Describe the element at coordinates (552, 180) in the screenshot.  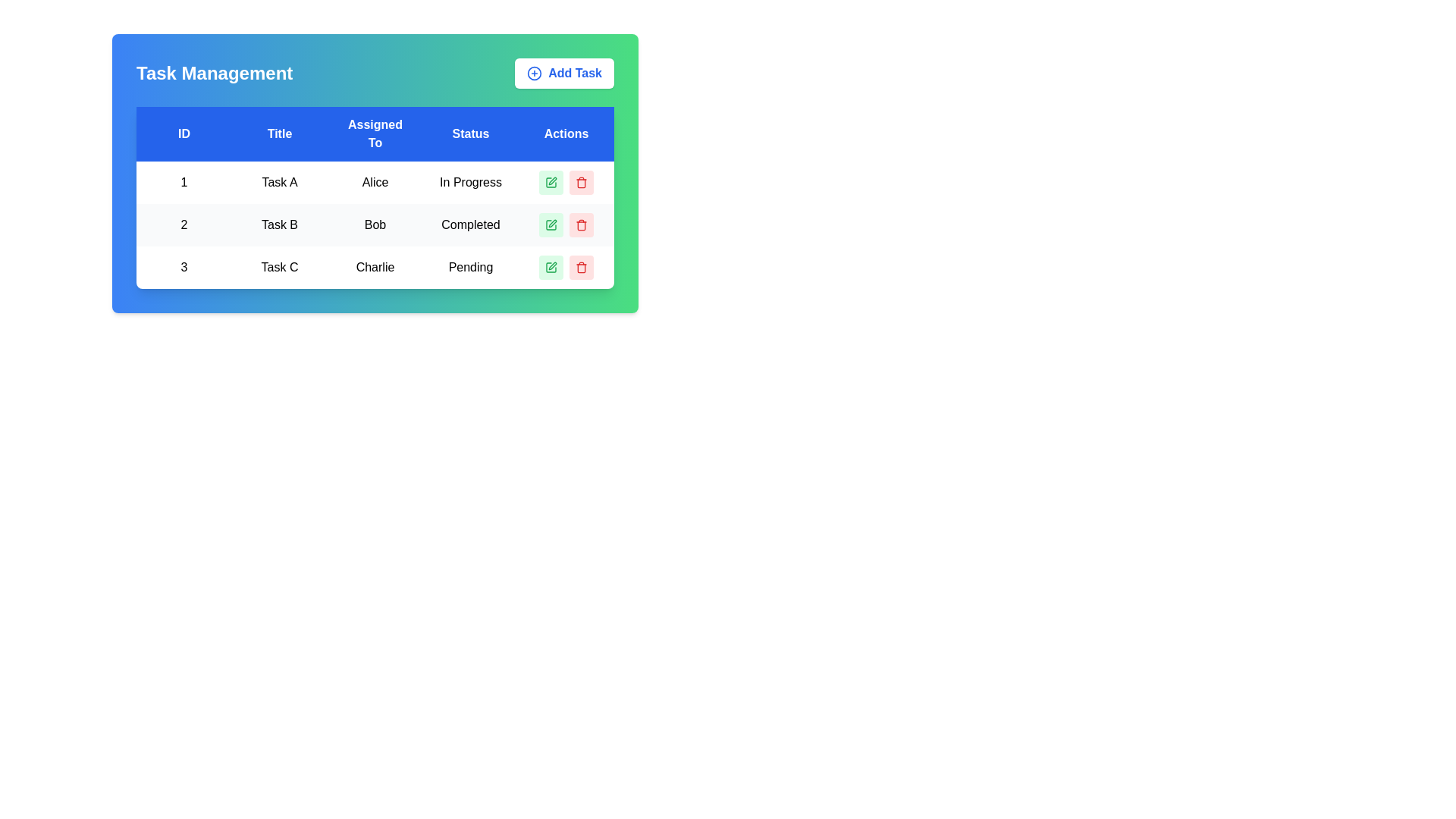
I see `the edit icon in the Actions column of the first row of the table` at that location.